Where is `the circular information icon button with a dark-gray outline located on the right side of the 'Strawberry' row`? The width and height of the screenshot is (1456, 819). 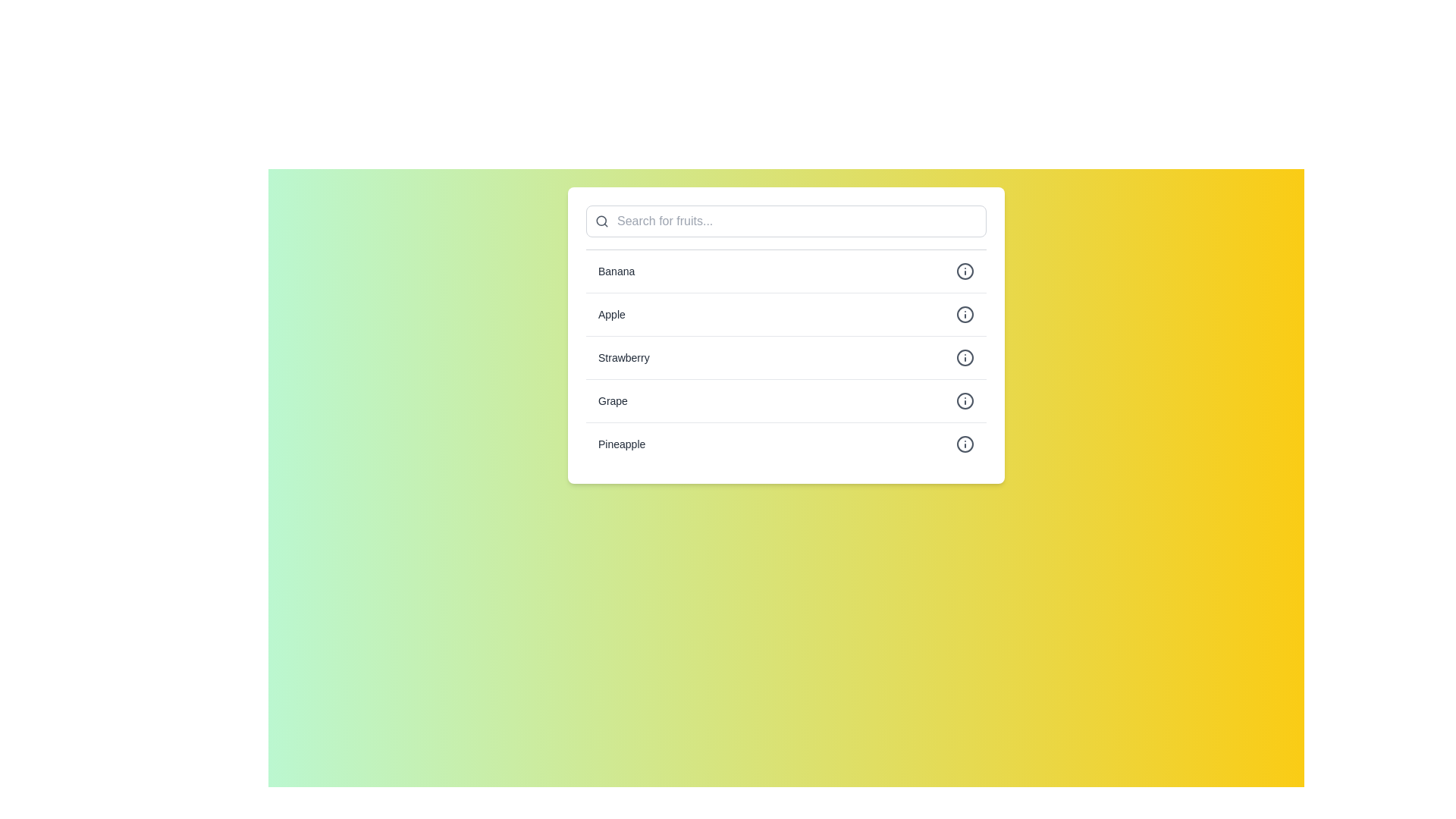 the circular information icon button with a dark-gray outline located on the right side of the 'Strawberry' row is located at coordinates (964, 357).